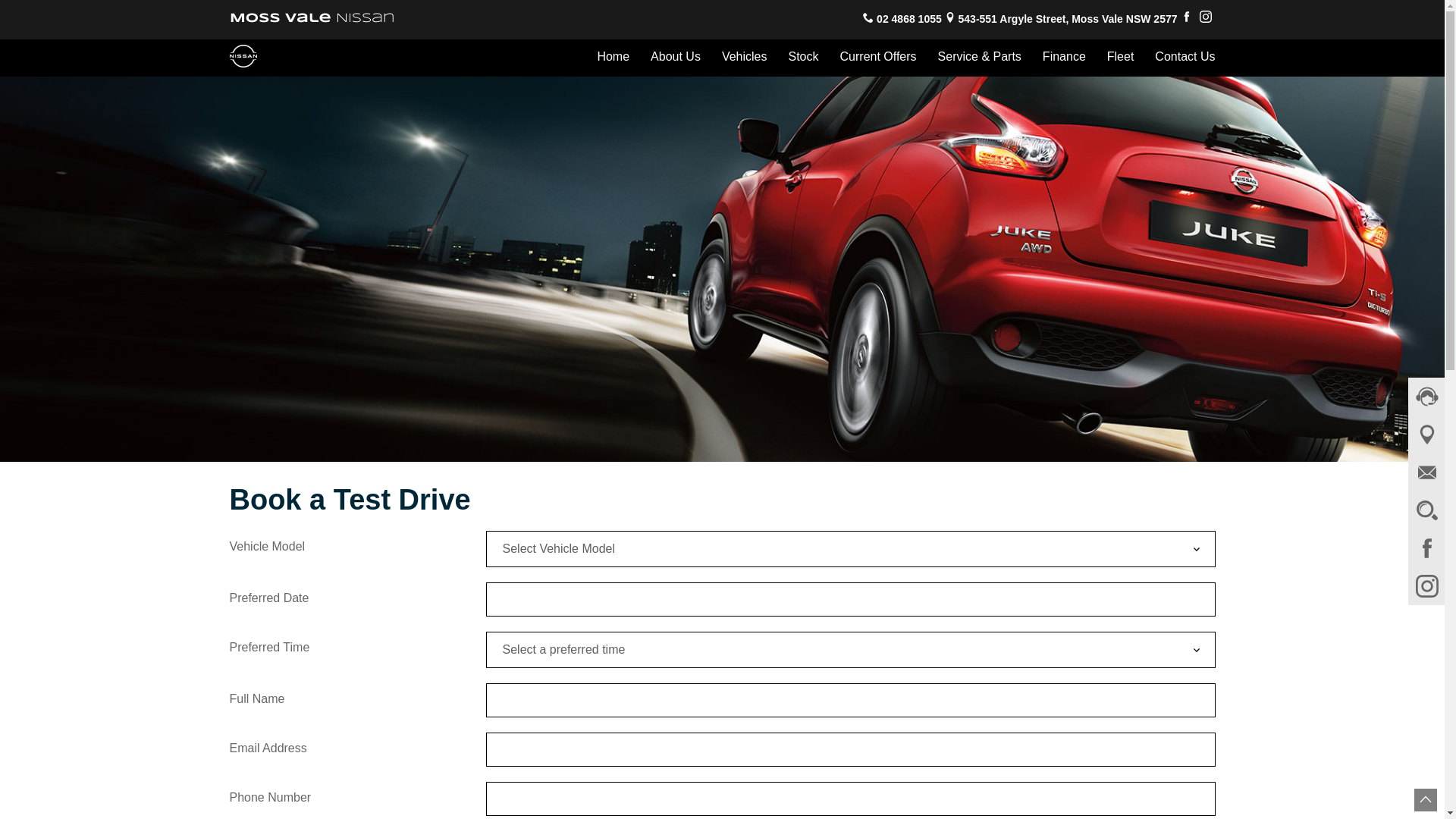 This screenshot has width=1456, height=819. Describe the element at coordinates (1121, 56) in the screenshot. I see `'Fleet'` at that location.